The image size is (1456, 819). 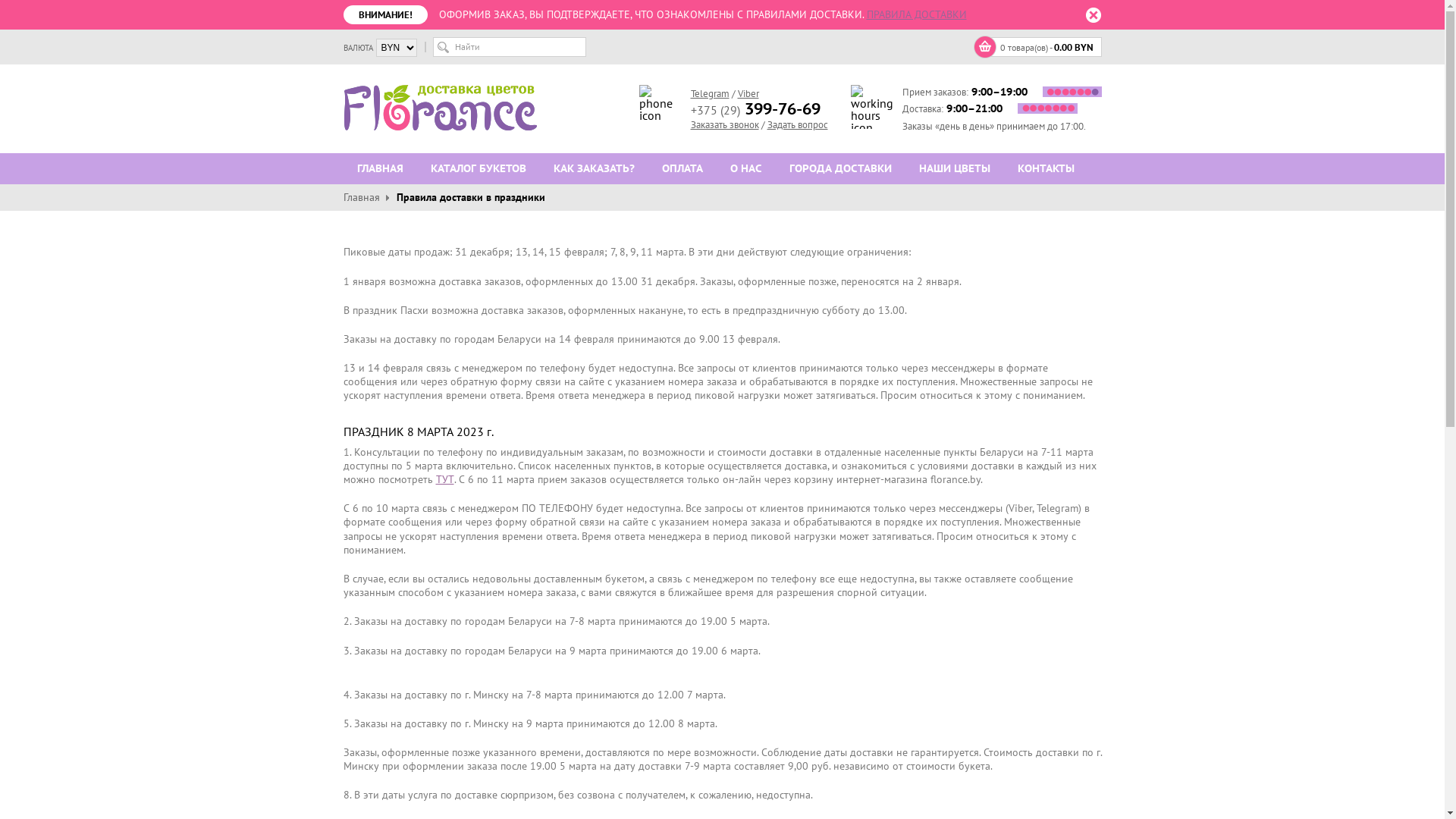 What do you see at coordinates (747, 93) in the screenshot?
I see `'Viber'` at bounding box center [747, 93].